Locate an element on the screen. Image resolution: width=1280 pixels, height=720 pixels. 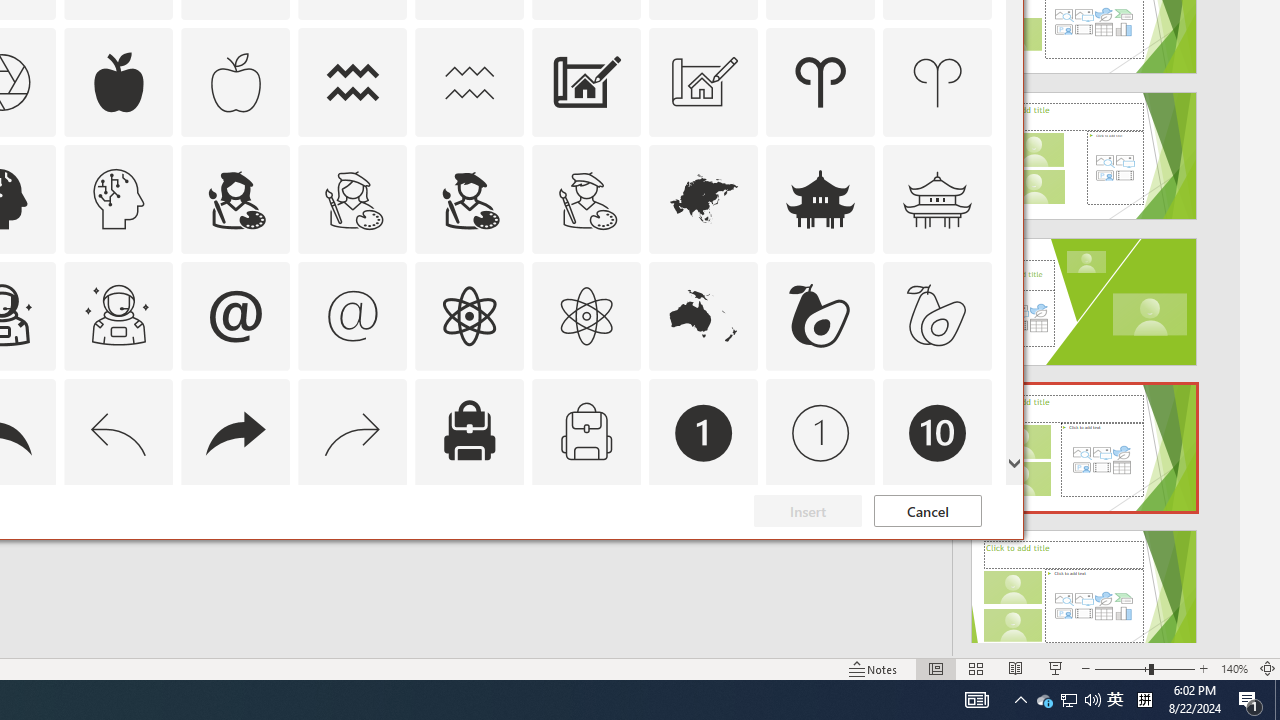
'AutomationID: Icons_Backpack_M' is located at coordinates (585, 431).